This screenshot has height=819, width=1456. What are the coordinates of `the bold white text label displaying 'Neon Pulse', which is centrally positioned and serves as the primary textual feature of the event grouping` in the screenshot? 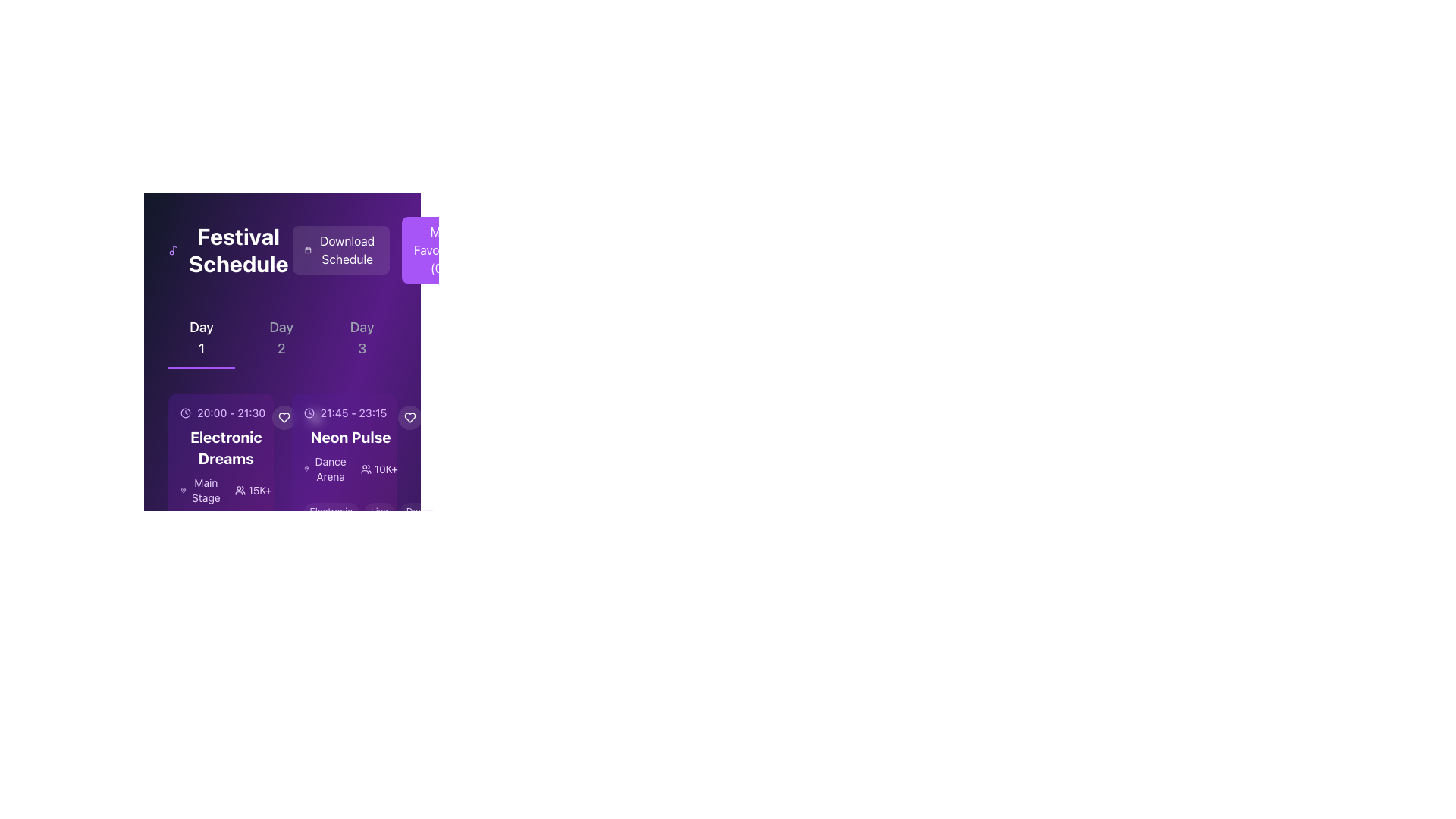 It's located at (350, 438).